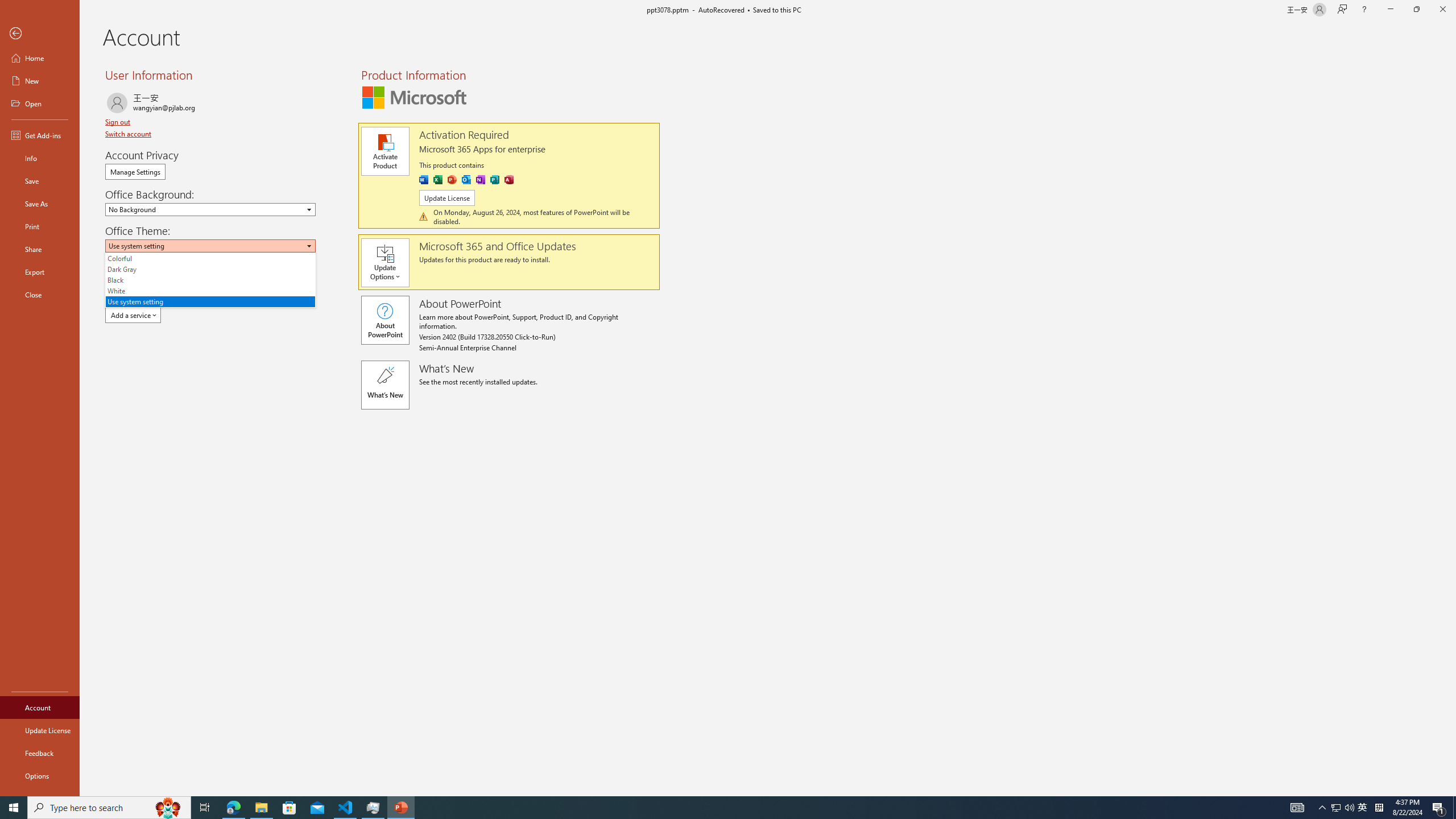 The height and width of the screenshot is (819, 1456). Describe the element at coordinates (1379, 806) in the screenshot. I see `'Tray Input Indicator - Chinese (Simplified, China)'` at that location.